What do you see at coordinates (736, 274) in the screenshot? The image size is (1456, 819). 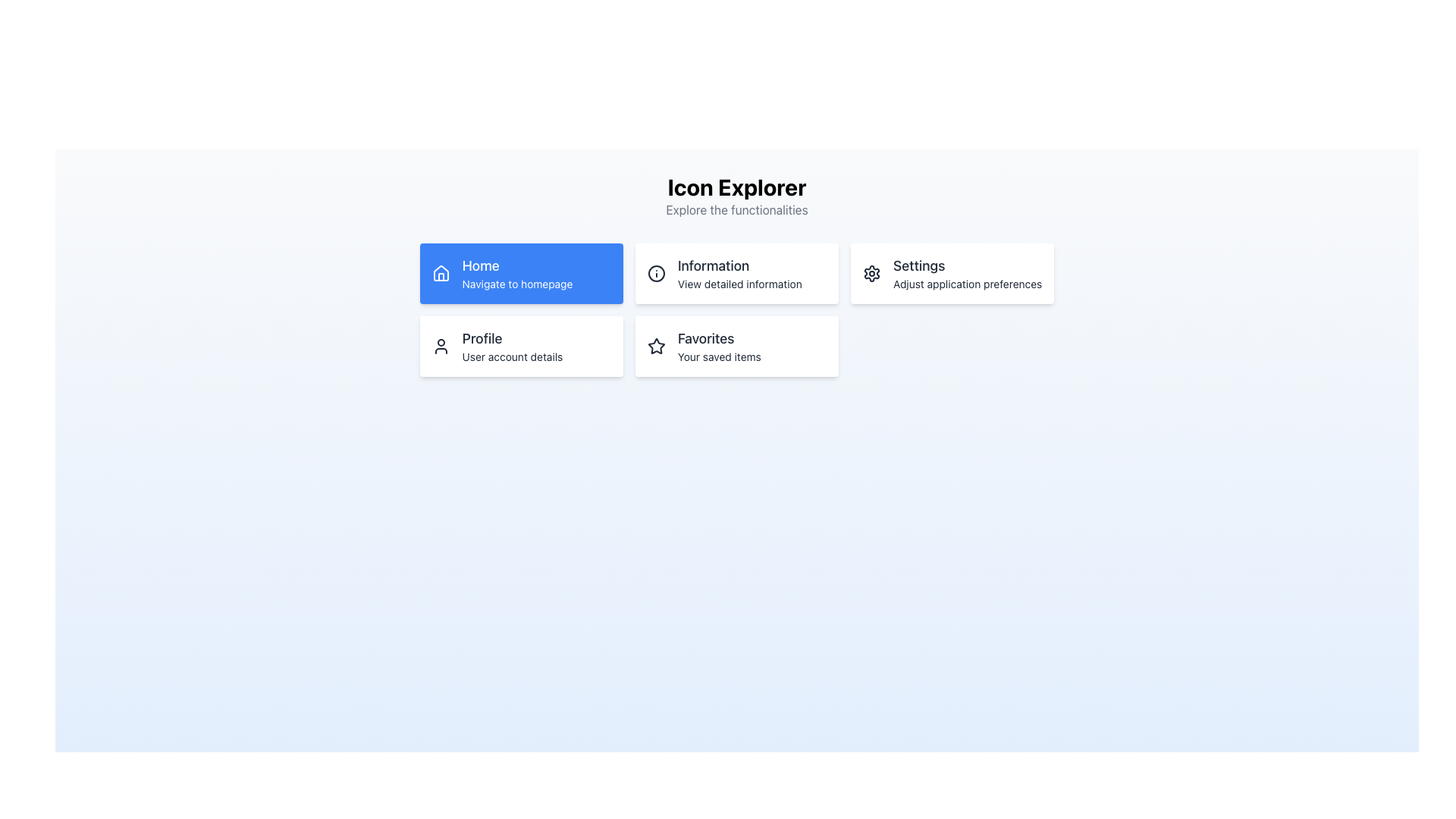 I see `the rectangular button labeled 'Information' with an 'i' icon` at bounding box center [736, 274].